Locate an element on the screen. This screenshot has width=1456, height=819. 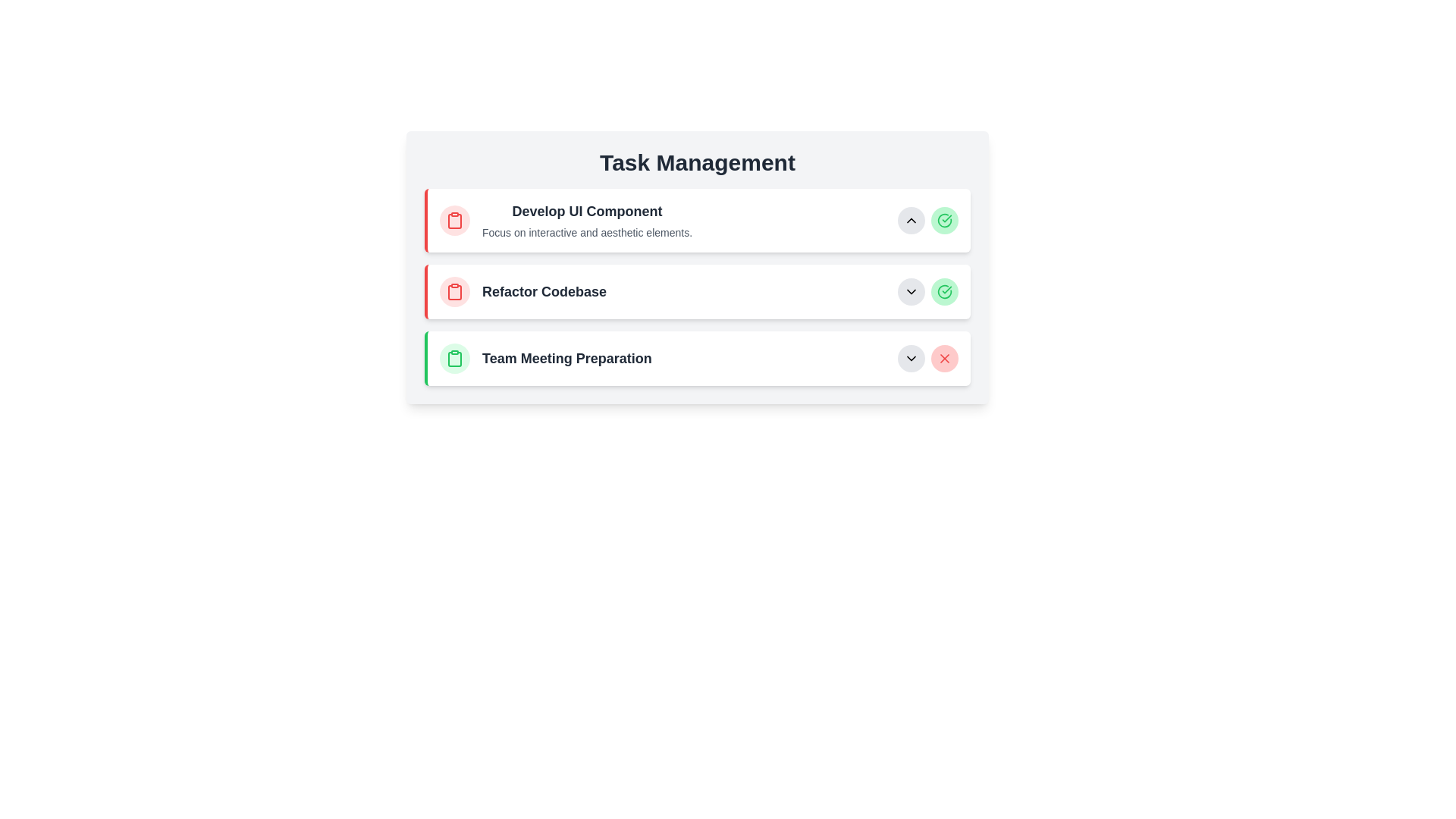
the Confirmation icon indicating completion of the 'Refactor Codebase' task, located in the vertical list of task items is located at coordinates (944, 292).